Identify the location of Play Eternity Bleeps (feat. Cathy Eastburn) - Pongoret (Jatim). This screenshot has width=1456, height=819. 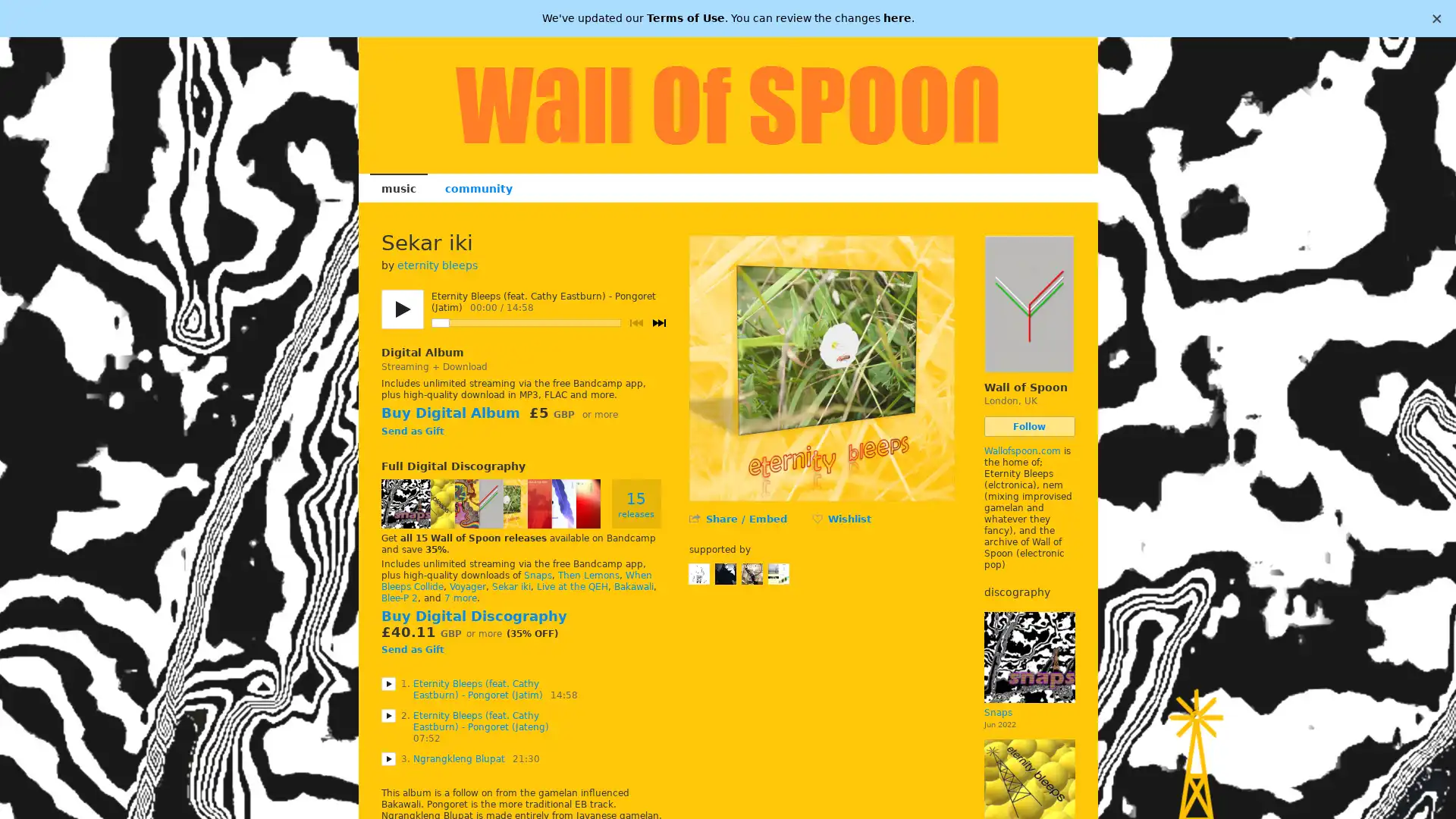
(388, 683).